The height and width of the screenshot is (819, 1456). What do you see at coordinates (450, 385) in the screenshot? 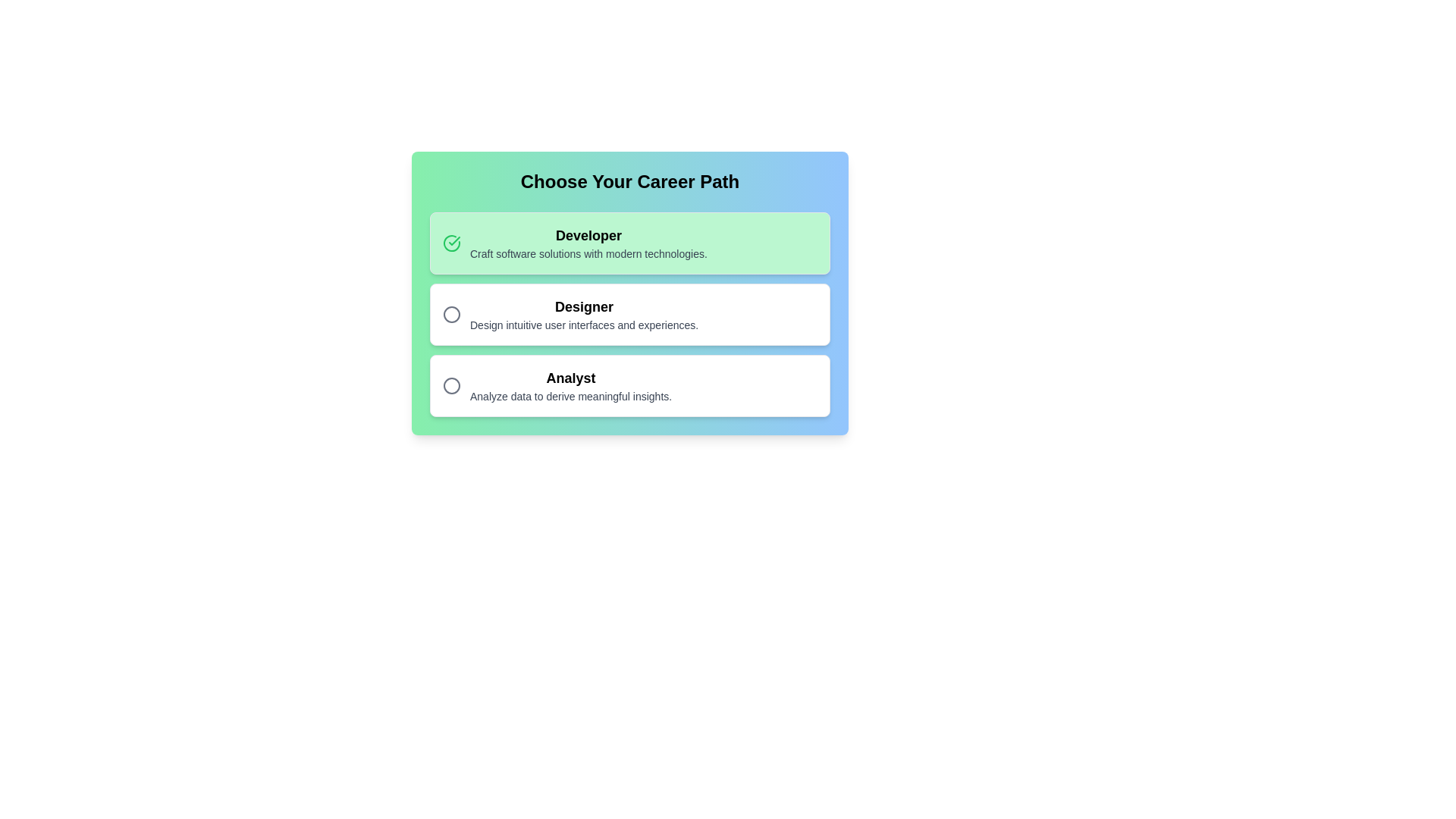
I see `the circular gray icon located to the left of the text 'Analyst Analyze data to derive meaningful insights.'` at bounding box center [450, 385].